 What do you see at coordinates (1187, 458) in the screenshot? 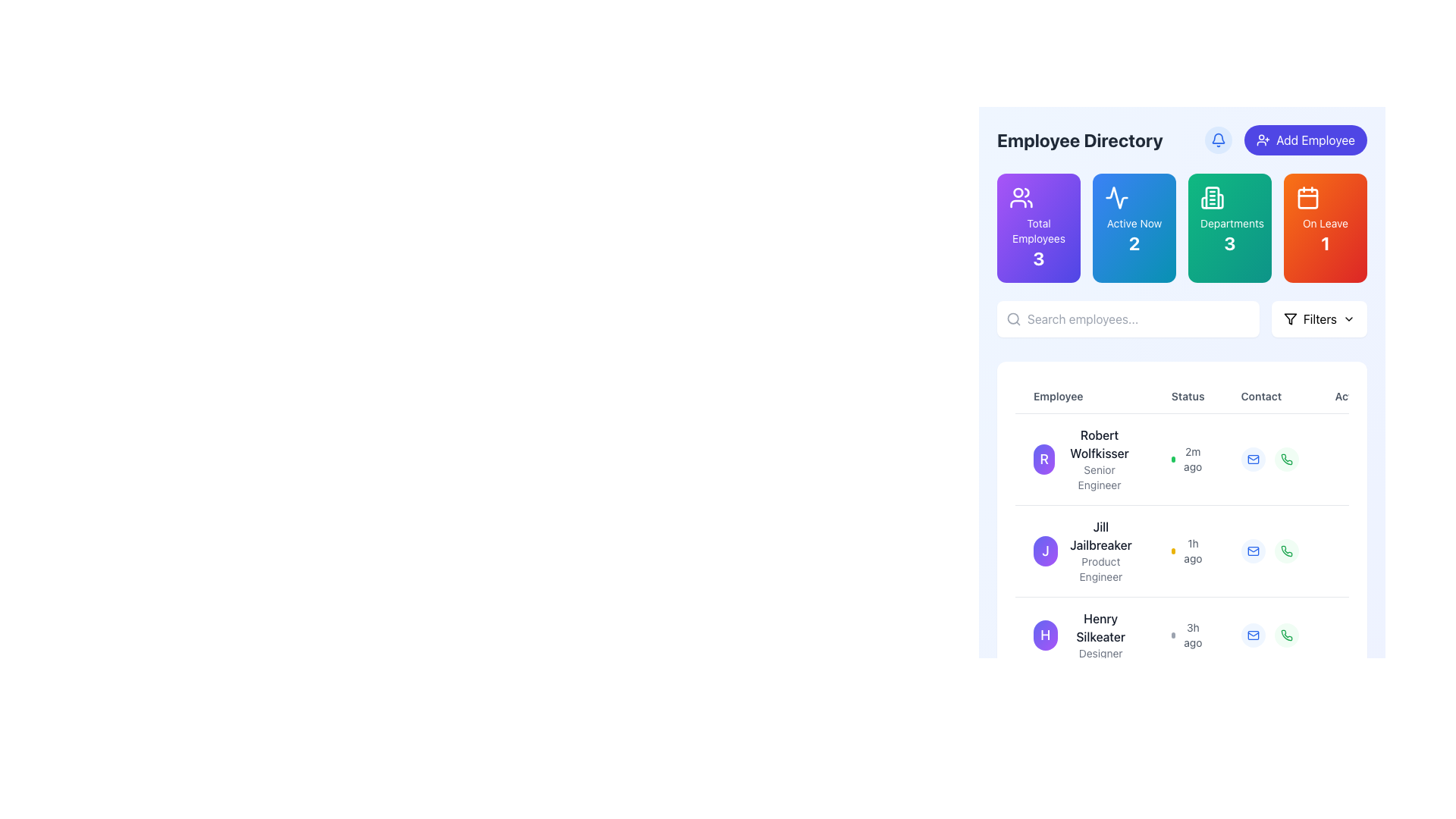
I see `the Status indicator with timestamp showing '2m ago' next to the employee 'Robert Wolfkisser' in the first row of the employee list` at bounding box center [1187, 458].